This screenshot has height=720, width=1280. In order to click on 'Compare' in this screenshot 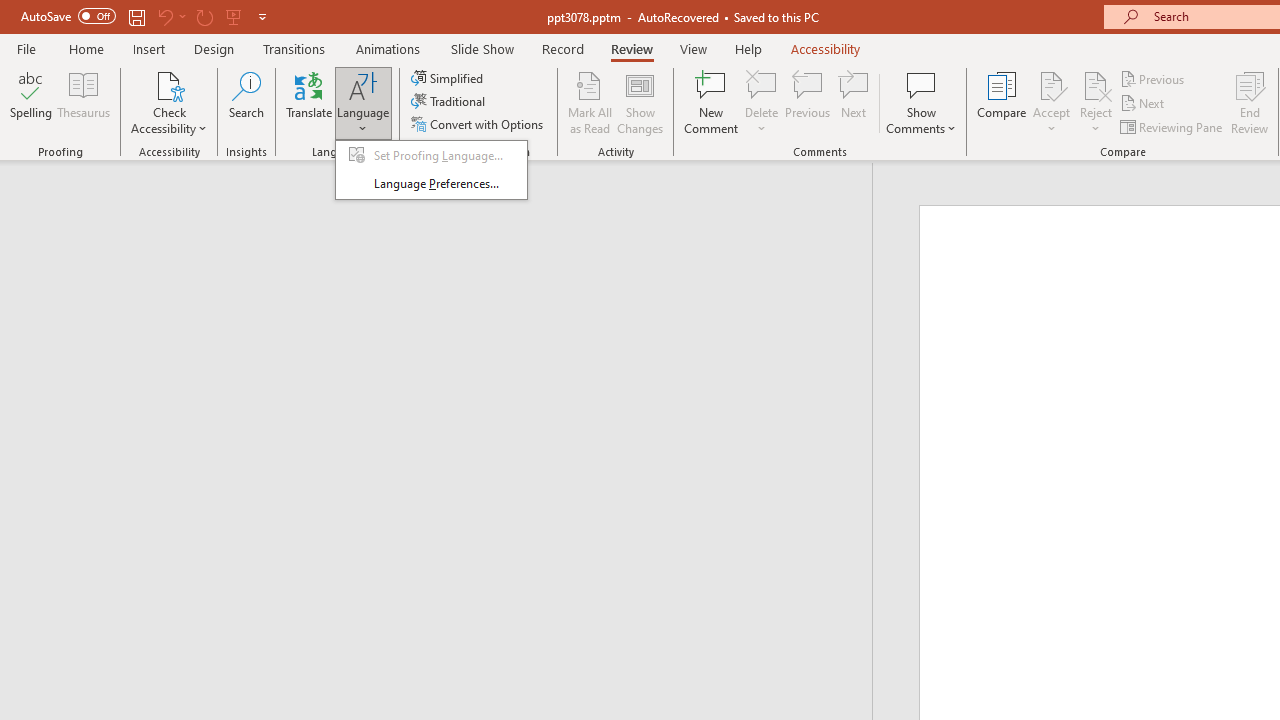, I will do `click(1002, 103)`.